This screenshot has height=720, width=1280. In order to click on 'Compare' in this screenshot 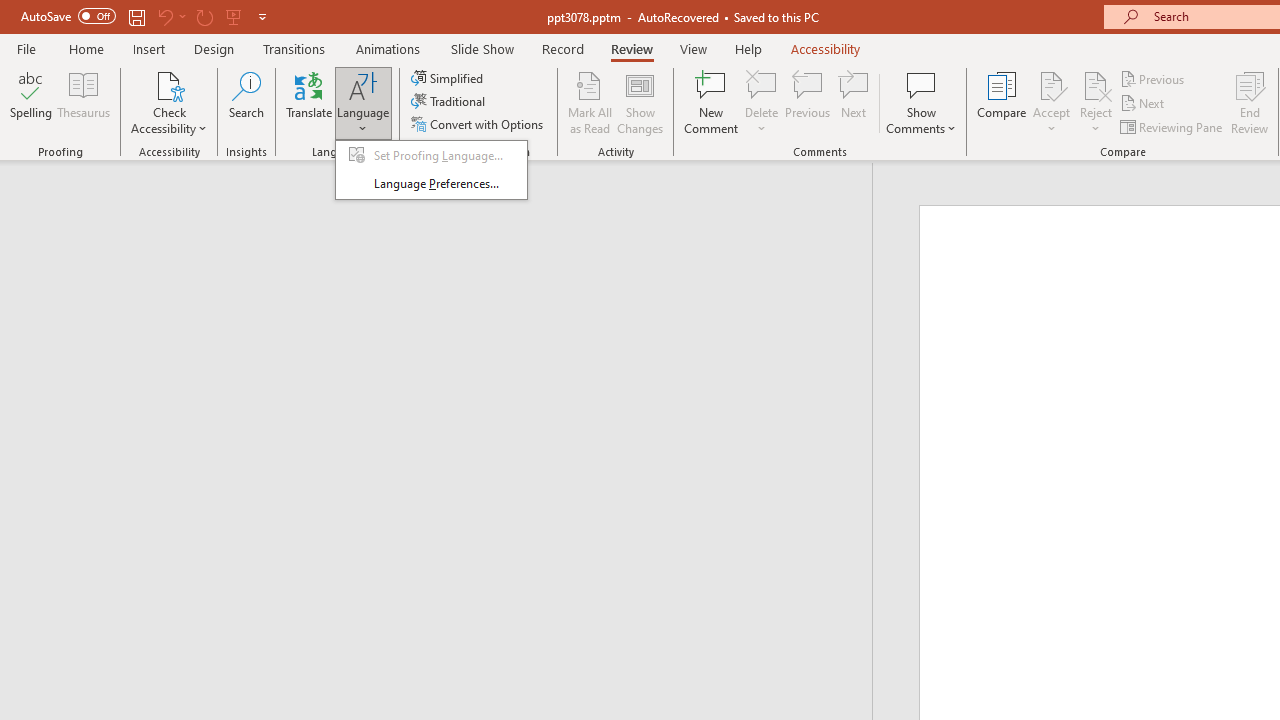, I will do `click(1002, 103)`.